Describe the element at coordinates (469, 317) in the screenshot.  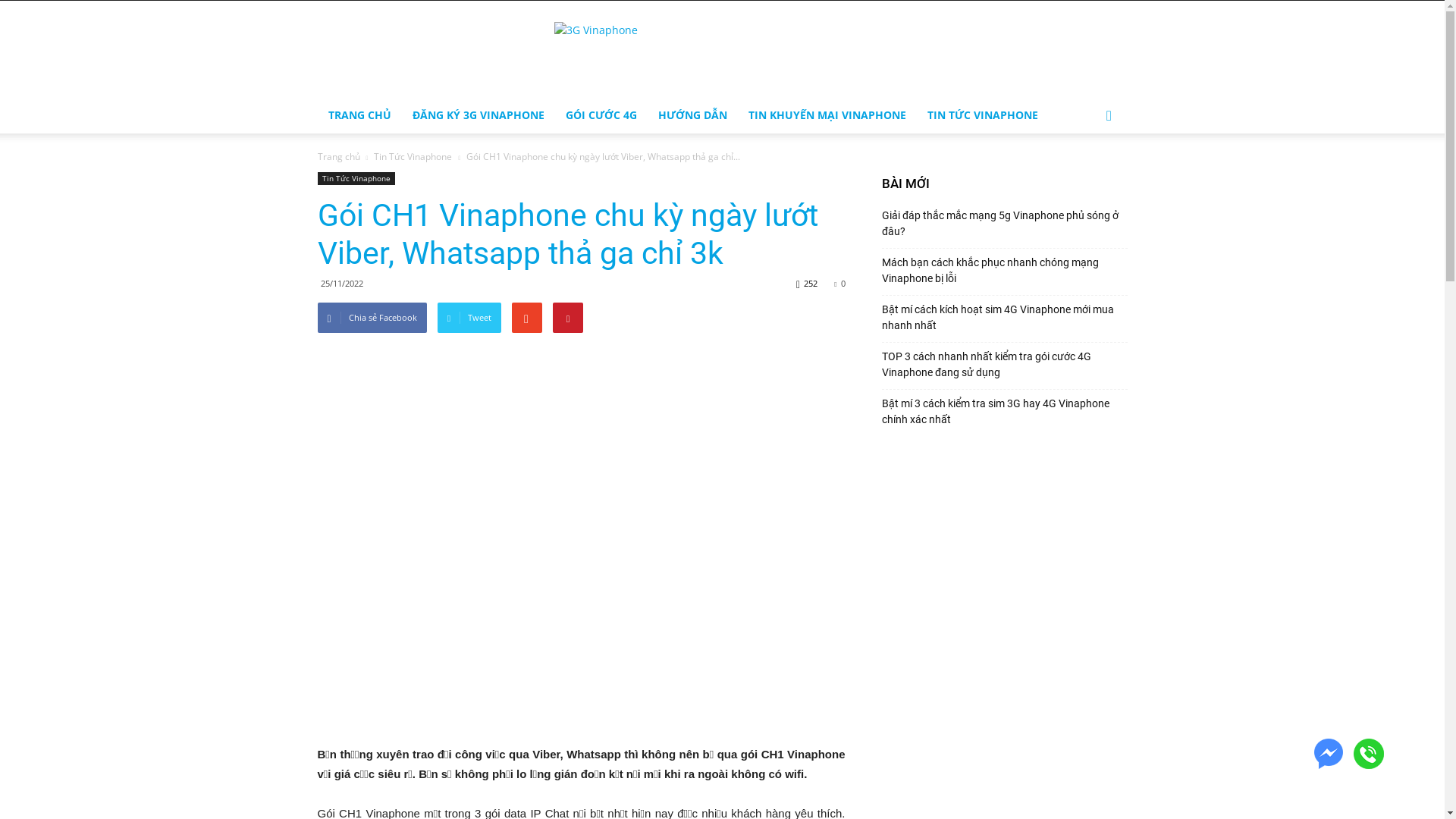
I see `'Tweet'` at that location.